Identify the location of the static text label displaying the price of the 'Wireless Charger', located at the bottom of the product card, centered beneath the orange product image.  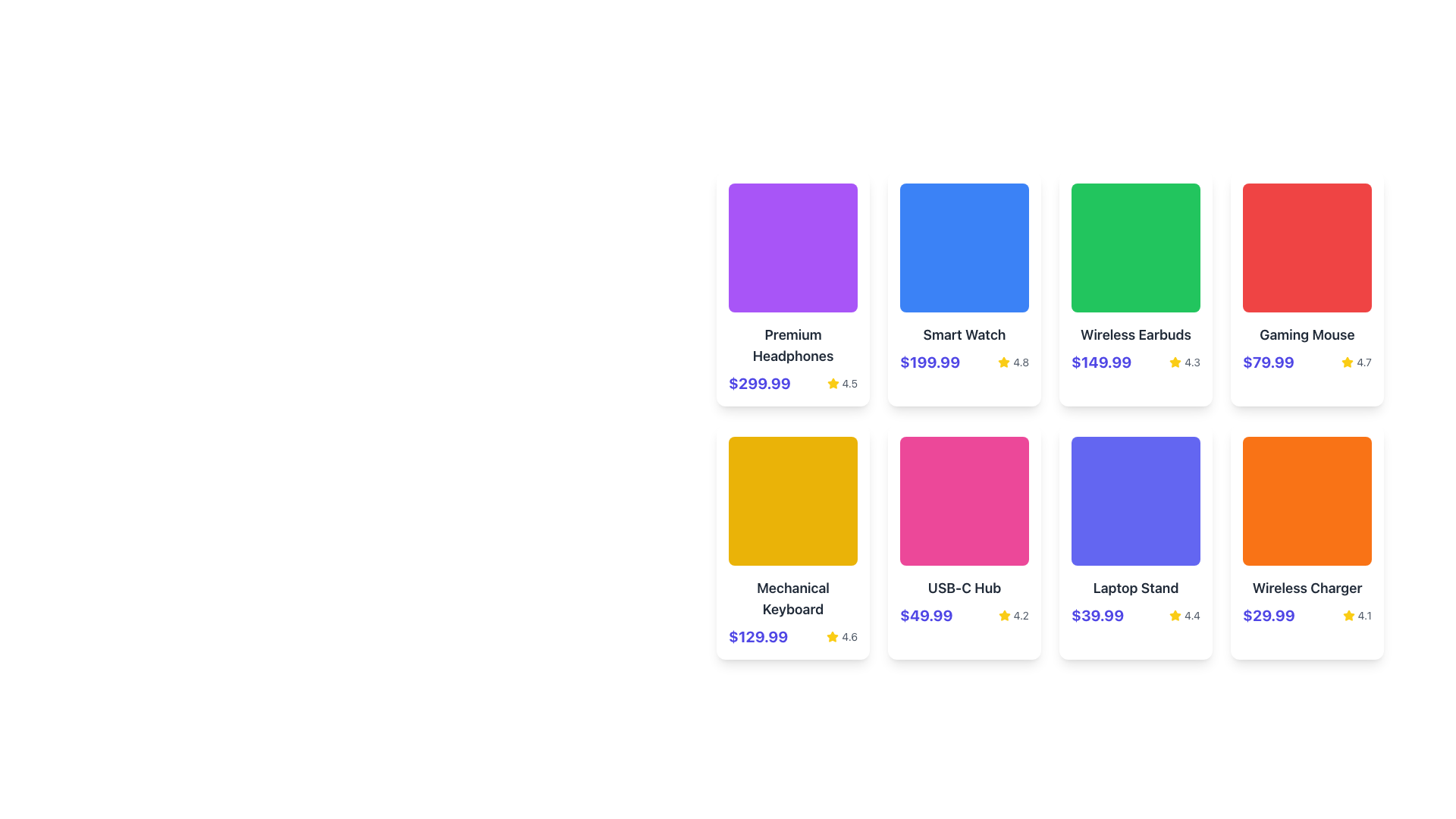
(1269, 616).